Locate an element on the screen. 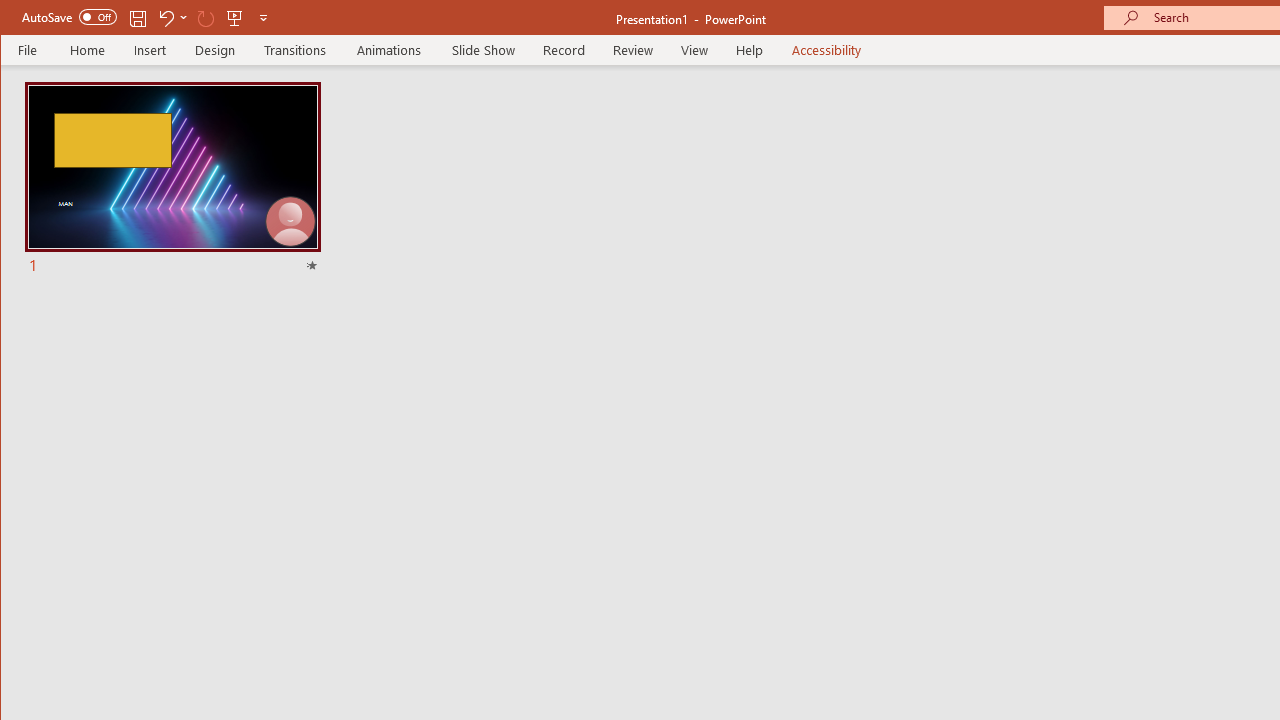  'Undo' is located at coordinates (172, 17).